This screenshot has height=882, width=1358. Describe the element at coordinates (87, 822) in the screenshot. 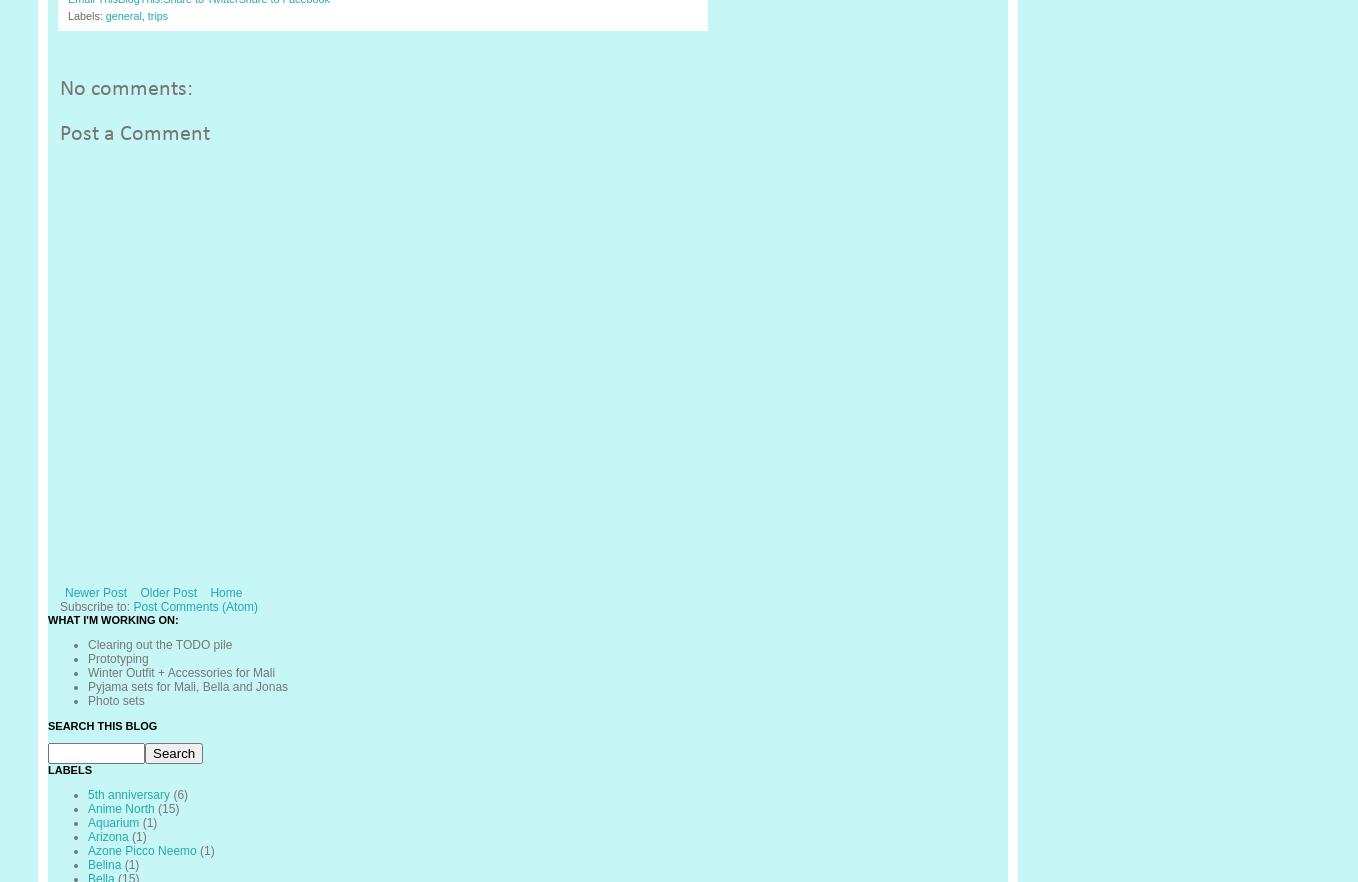

I see `'Aquarium'` at that location.